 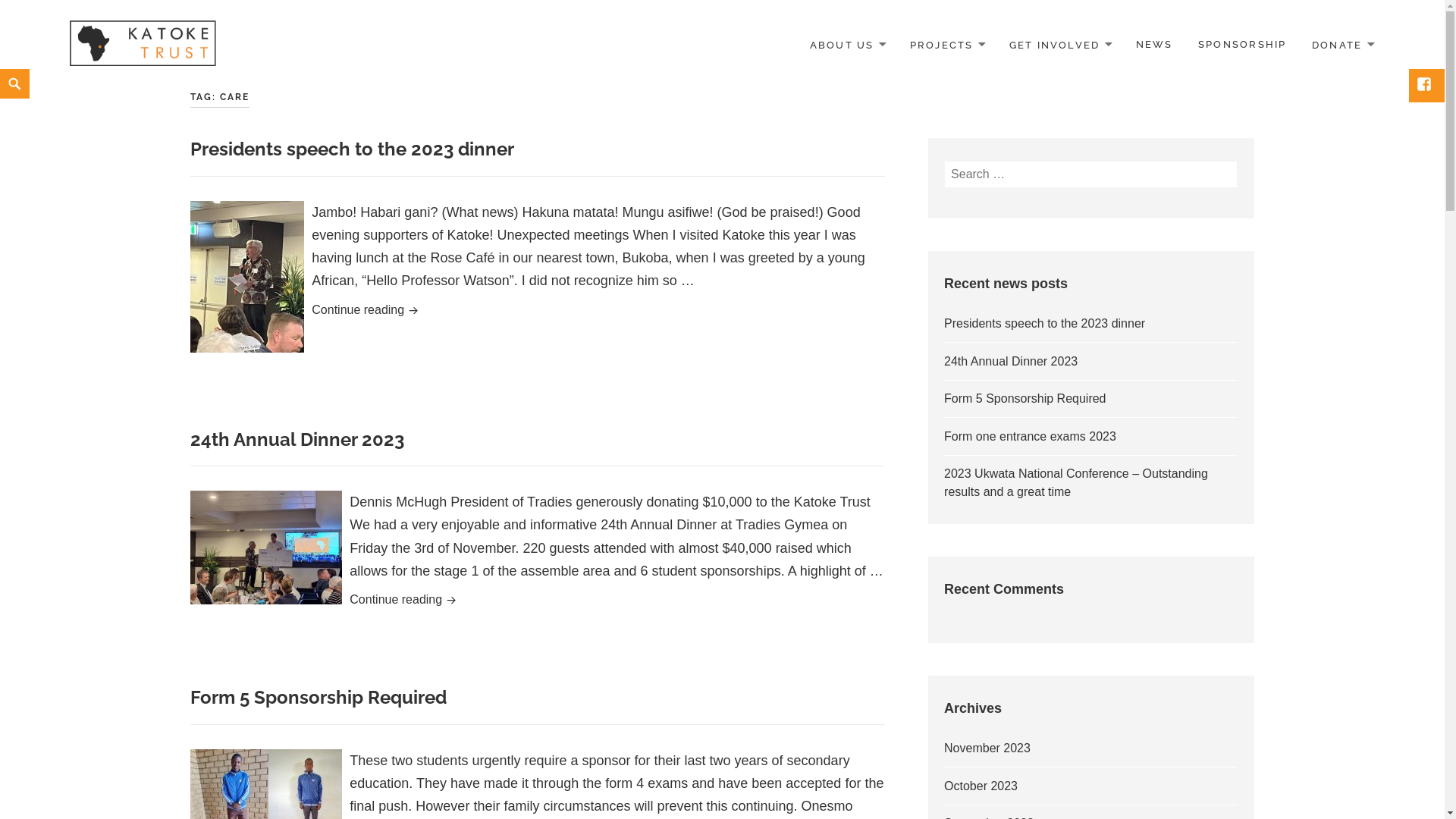 I want to click on 'NEWS', so click(x=1153, y=43).